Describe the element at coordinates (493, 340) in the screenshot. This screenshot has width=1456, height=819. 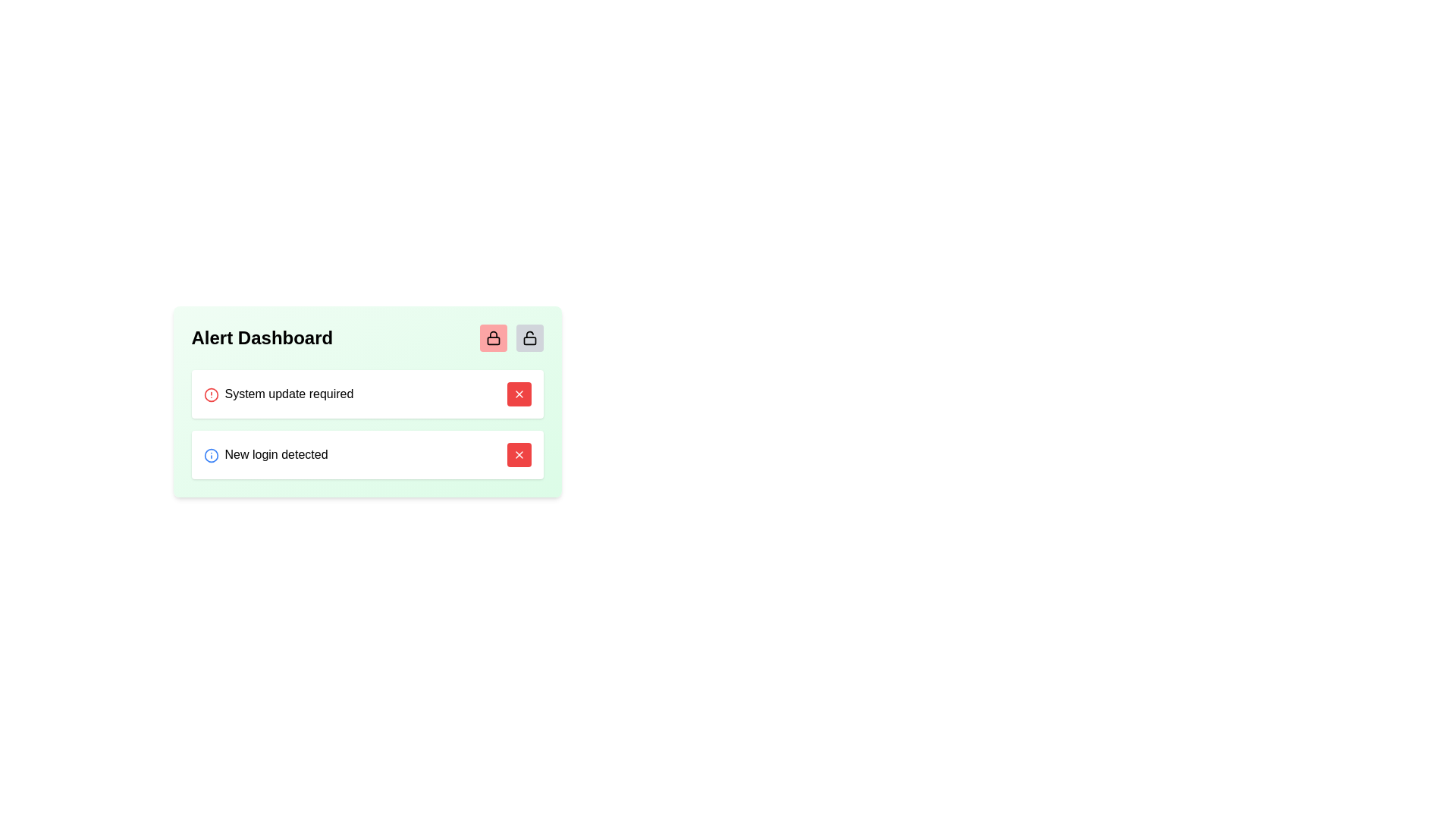
I see `the padlock-shaped icon representing a locked state, which is located to the right of the 'Alert Dashboard' label in the top-right corner of the main card interface` at that location.